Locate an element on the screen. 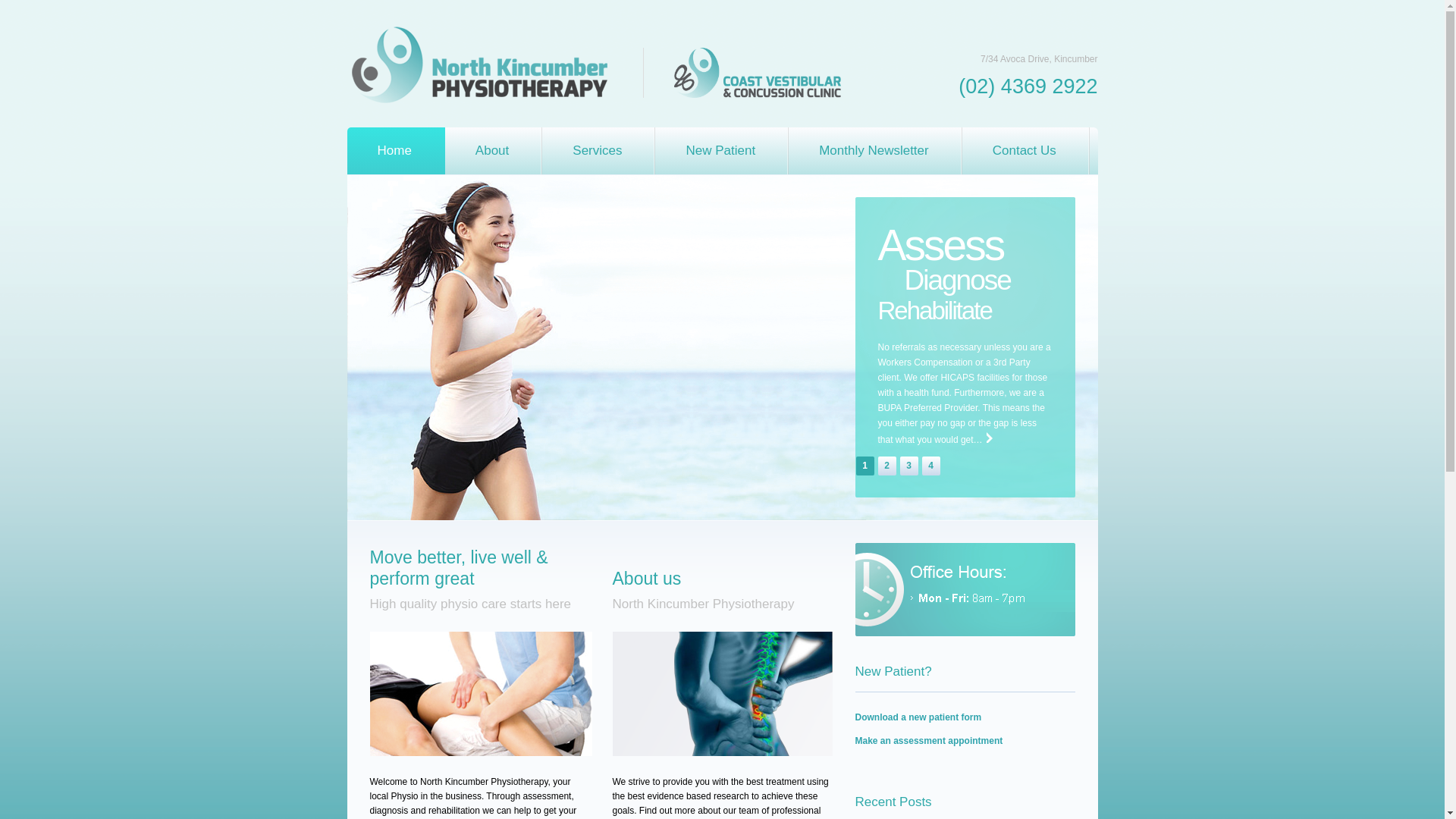  'Download a new patient form' is located at coordinates (918, 717).